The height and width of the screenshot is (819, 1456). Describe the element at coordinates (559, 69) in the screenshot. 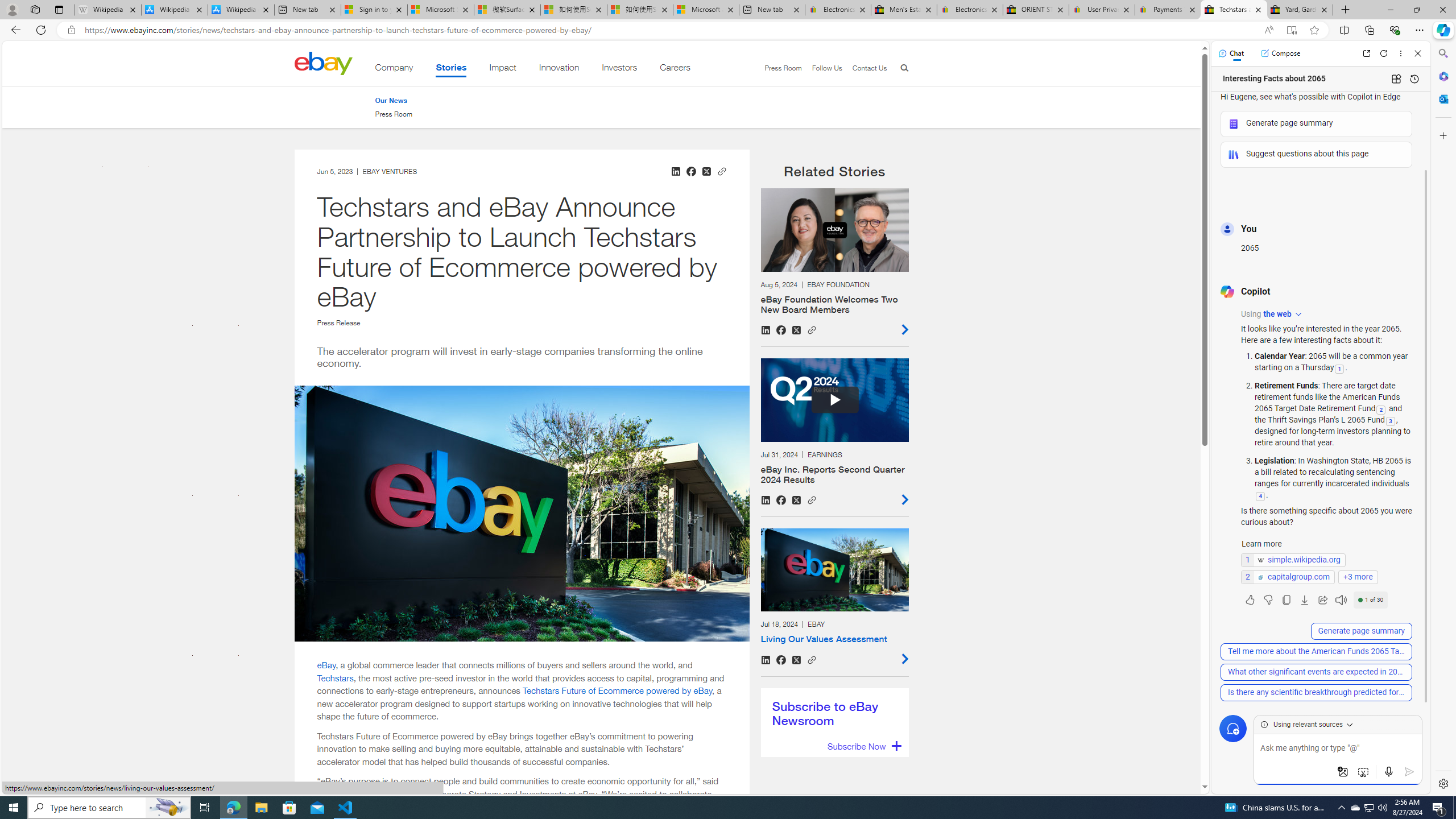

I see `'Innovation'` at that location.